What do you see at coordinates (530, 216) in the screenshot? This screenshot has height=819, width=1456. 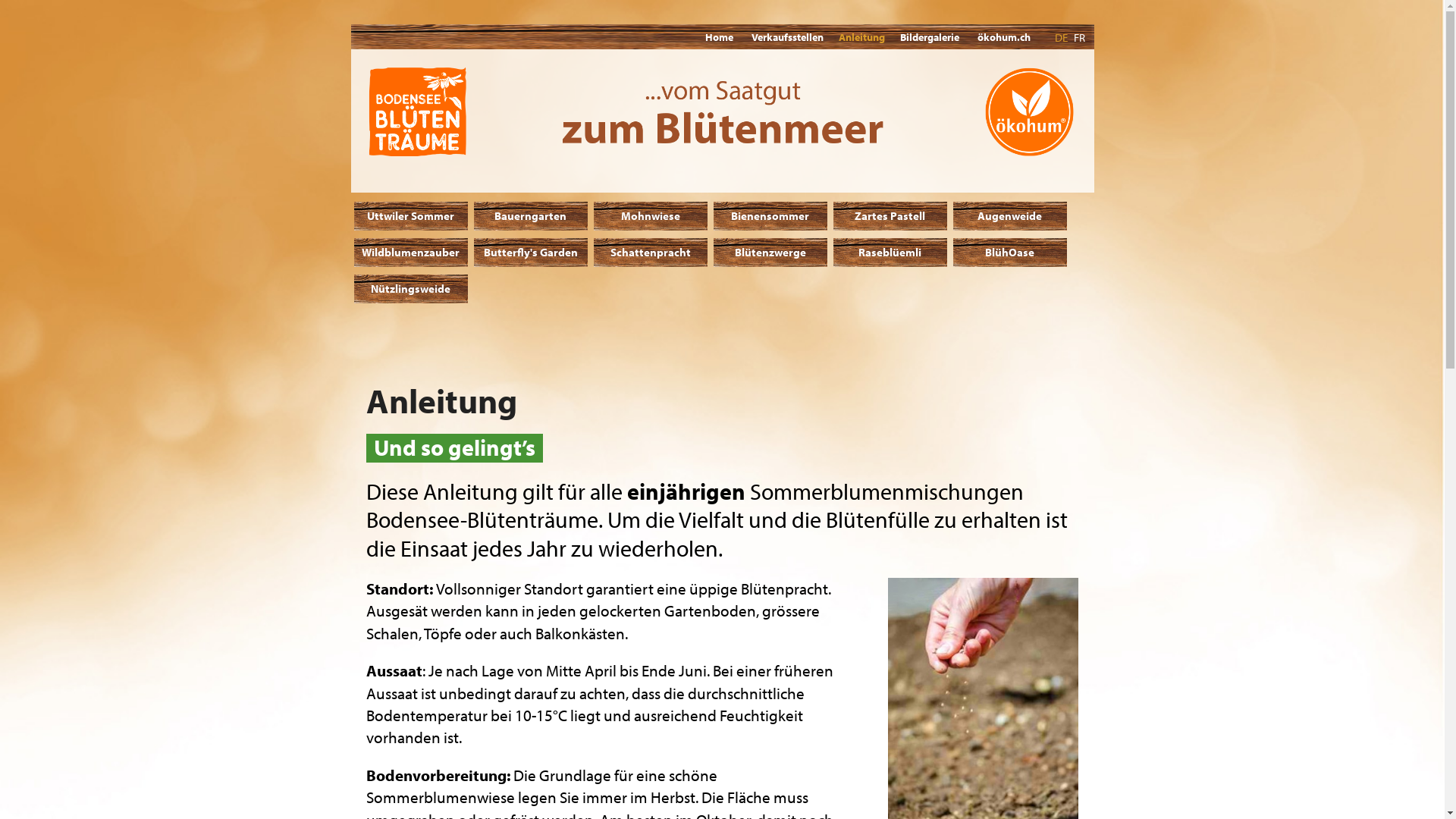 I see `'Bauerngarten'` at bounding box center [530, 216].